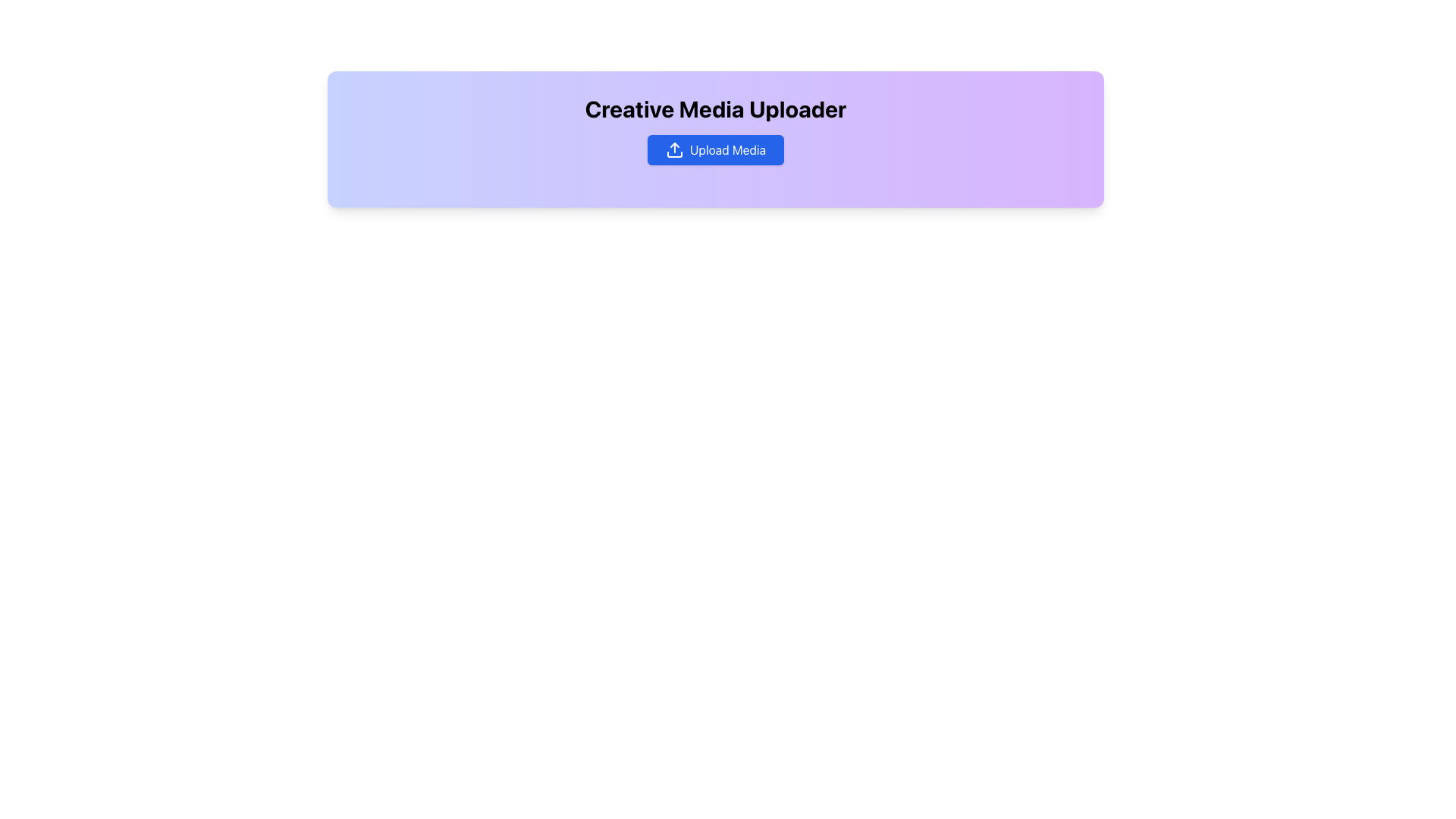  Describe the element at coordinates (715, 149) in the screenshot. I see `the file upload button located beneath the 'Creative Media Uploader' text in the gradient-colored section` at that location.